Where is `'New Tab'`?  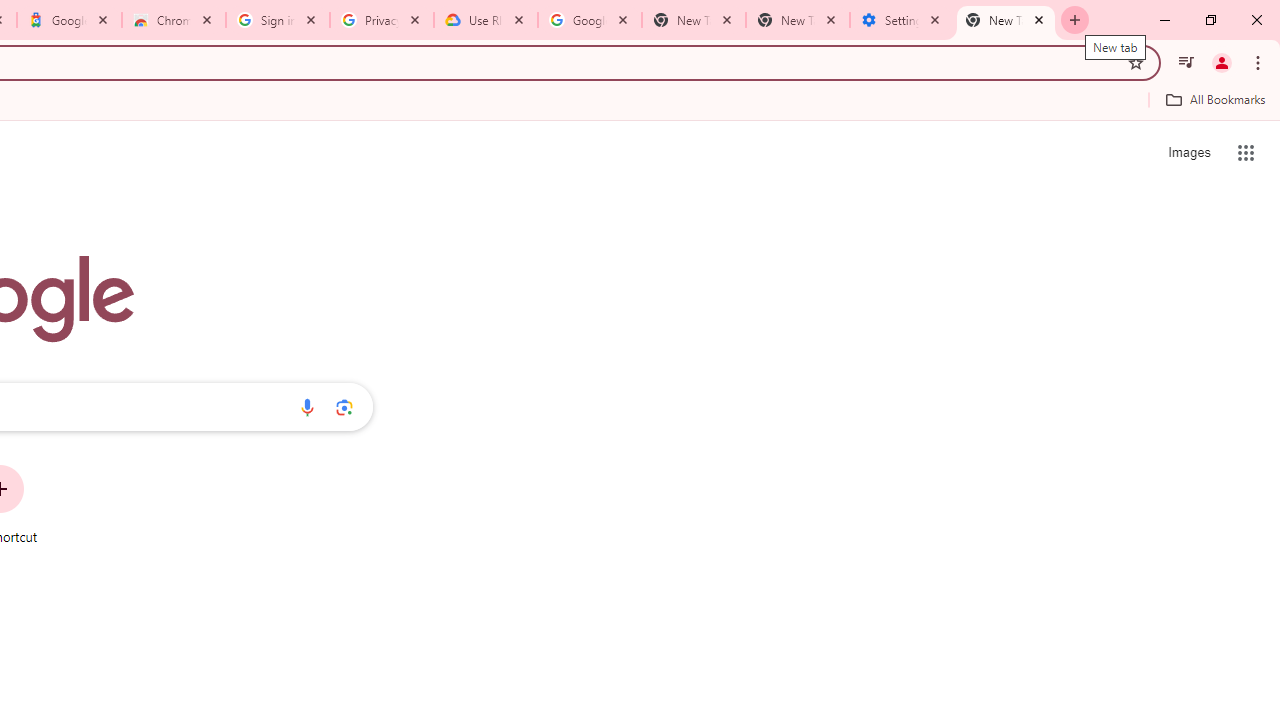 'New Tab' is located at coordinates (1006, 20).